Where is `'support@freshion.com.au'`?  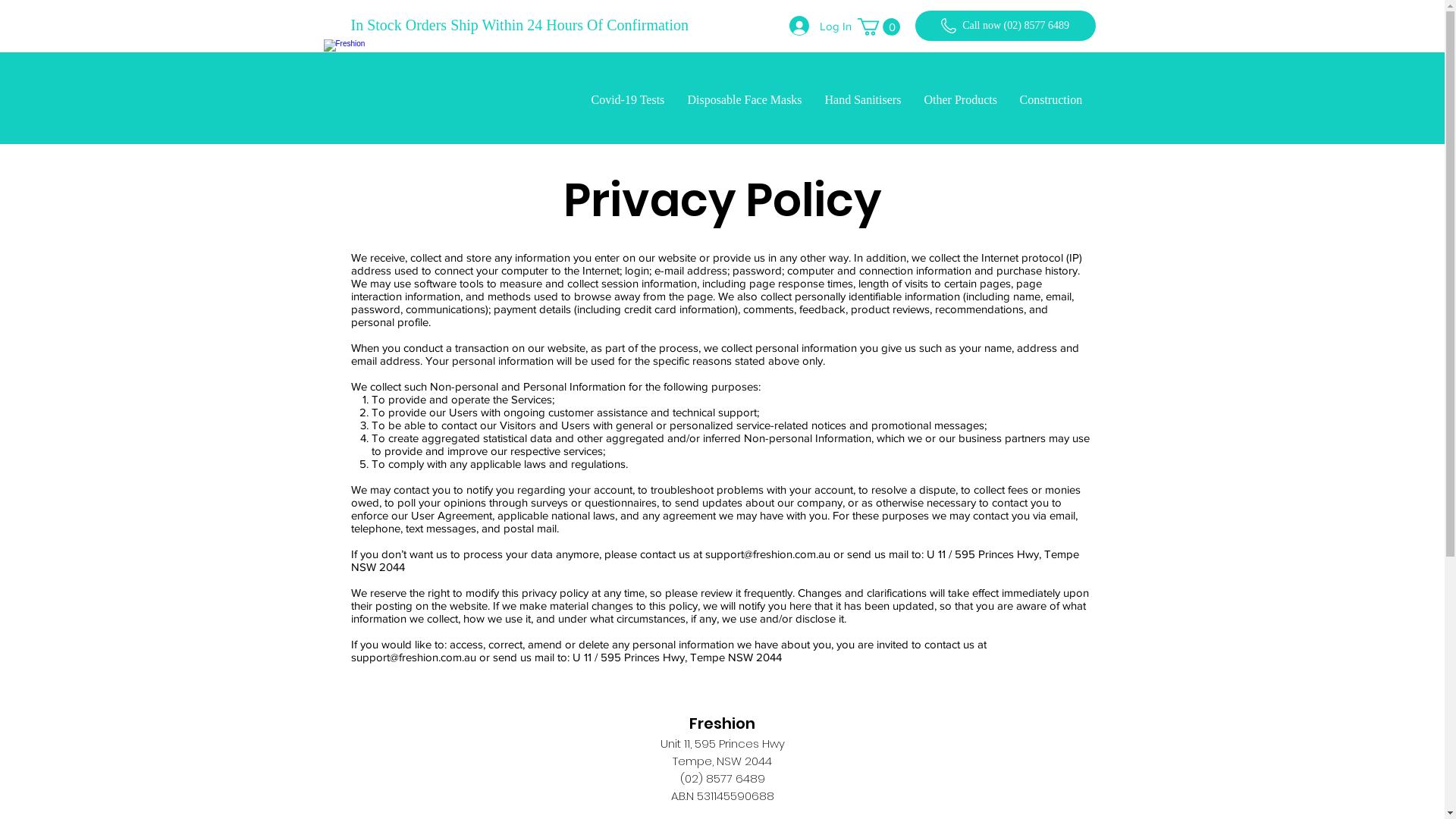 'support@freshion.com.au' is located at coordinates (767, 554).